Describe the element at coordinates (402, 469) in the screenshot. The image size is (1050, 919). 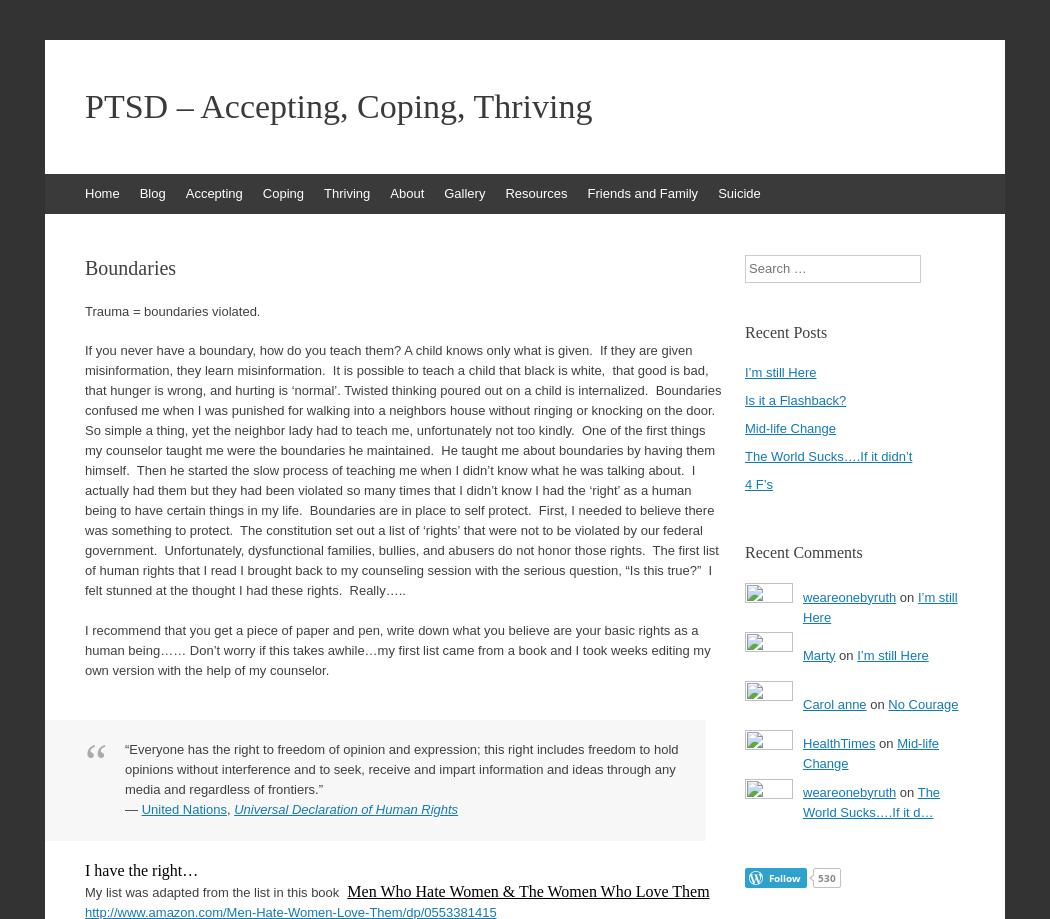
I see `'If you never have a boundary, how do you teach them? A child knows only what is given.  If they are given misinformation, they learn misinformation.  It is possible to teach a child that black is white,  that good is bad, that hunger is wrong, and hurting is ‘normal’. Twisted thinking poured out on a child is internalized.  Boundaries confused me when I was punished for walking into a neighbors house without ringing or knocking on the door.  So simple a thing, yet the neighbor lady had to teach me, unfortunately not too kindly.  One of the first things my counselor taught me were the boundaries he maintained.  He taught me about boundaries by having them himself.  Then he started the slow process of teaching me when I didn’t know what he was talking about.  I actually had them but they had been violated so many times that I didn’t know I had the ‘right’ as a human being to have certain things in my life.  Boundaries are in place to self protect.  First, I needed to believe there was something to protect.  The constitution set out a list of ‘rights’ that were not to be violated by our federal government.  Unfortunately, dysfunctional families, bullies, and abusers do not honor those rights.  The first list of human rights that I read I brought back to my counseling session with the serious question, “Is this true?”  I felt stunned at the thought I had these rights.  Really…..'` at that location.